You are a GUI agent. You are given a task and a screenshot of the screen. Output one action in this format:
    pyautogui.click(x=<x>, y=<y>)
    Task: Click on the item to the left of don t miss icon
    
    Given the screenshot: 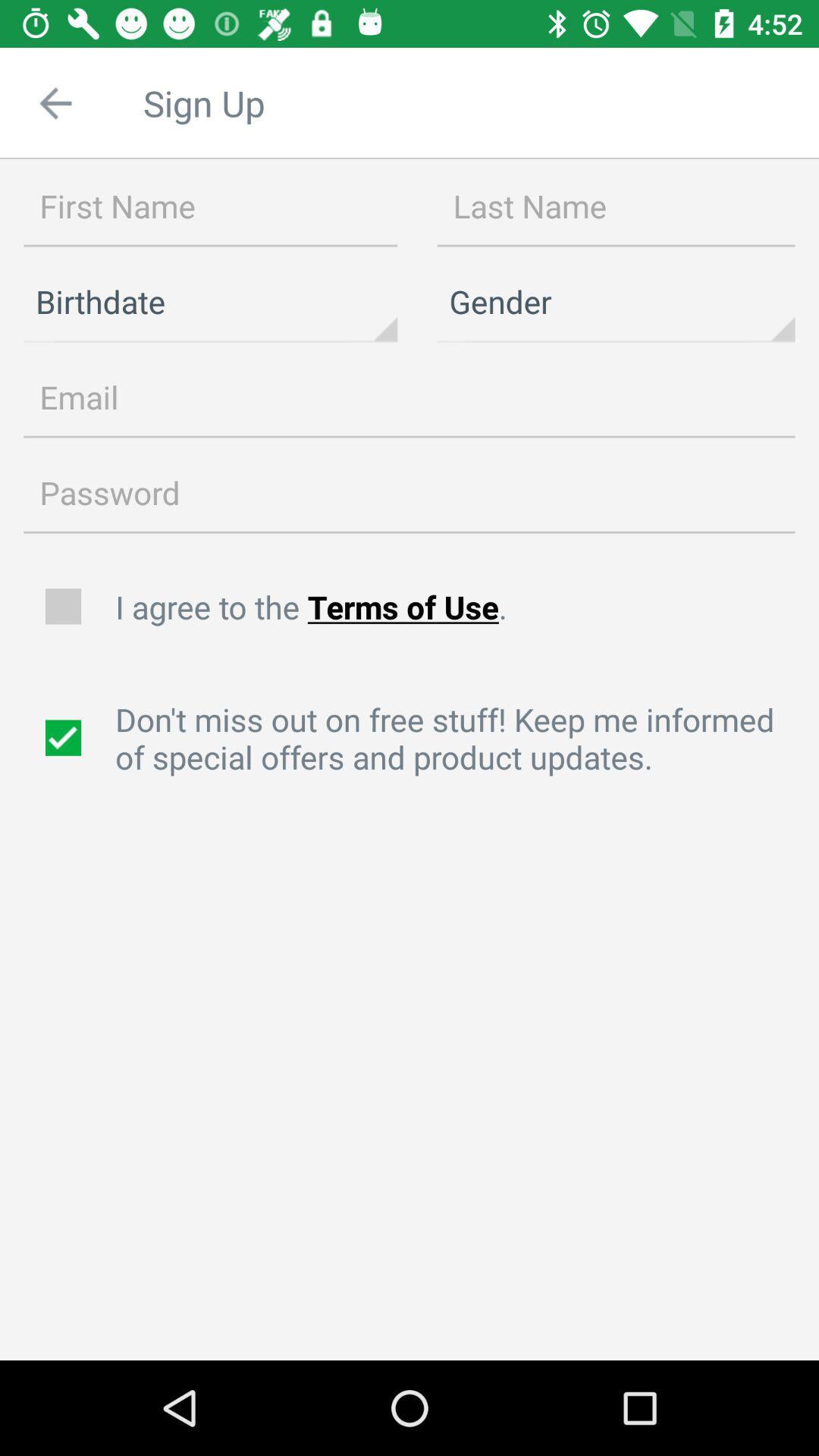 What is the action you would take?
    pyautogui.click(x=64, y=738)
    